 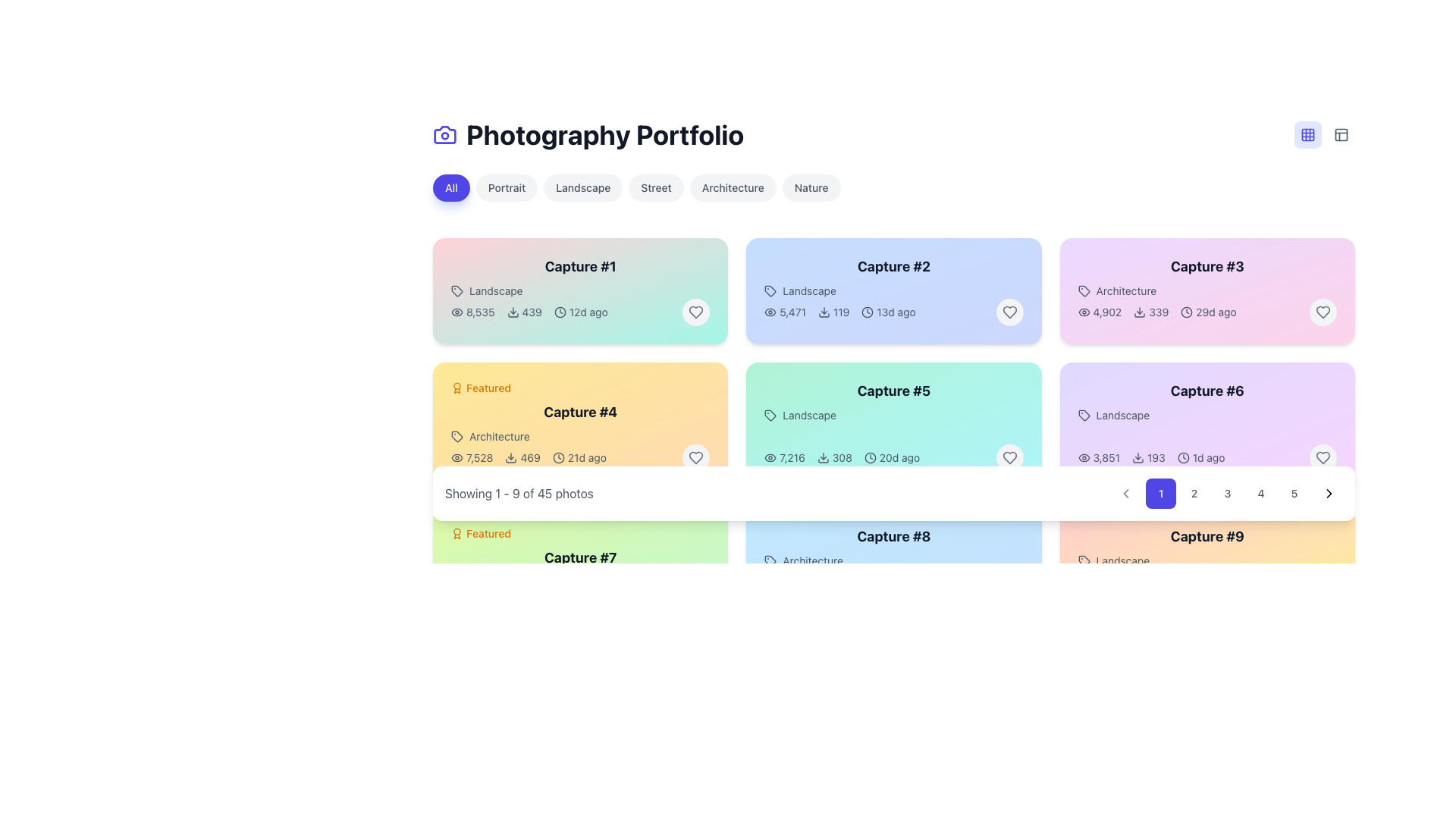 I want to click on the rounded rectangular button labeled 'Nature' with a light gray background, positioned at the rightmost end of a horizontal series of buttons, so click(x=811, y=187).